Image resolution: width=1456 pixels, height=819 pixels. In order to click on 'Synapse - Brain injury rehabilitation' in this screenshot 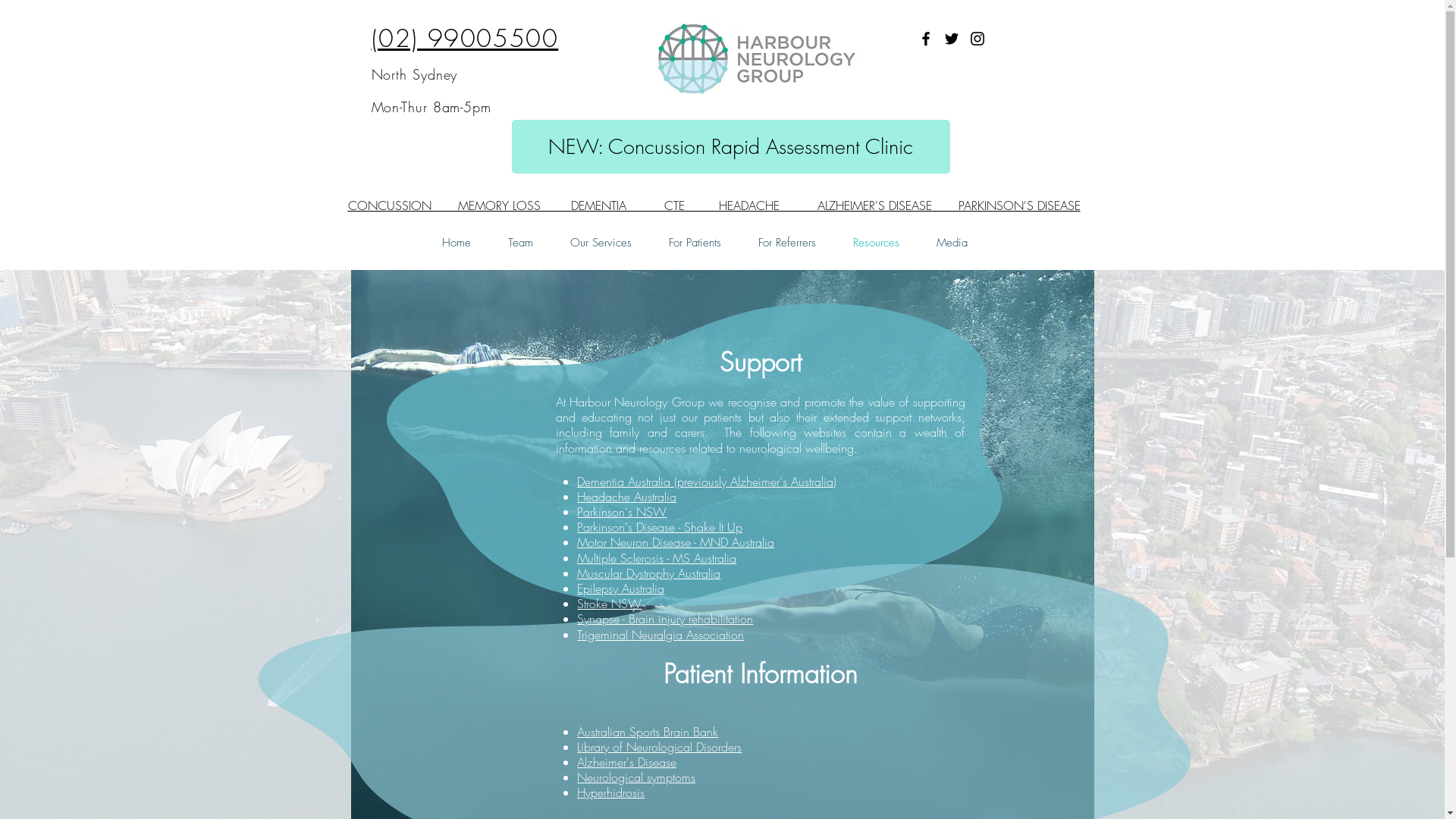, I will do `click(665, 619)`.